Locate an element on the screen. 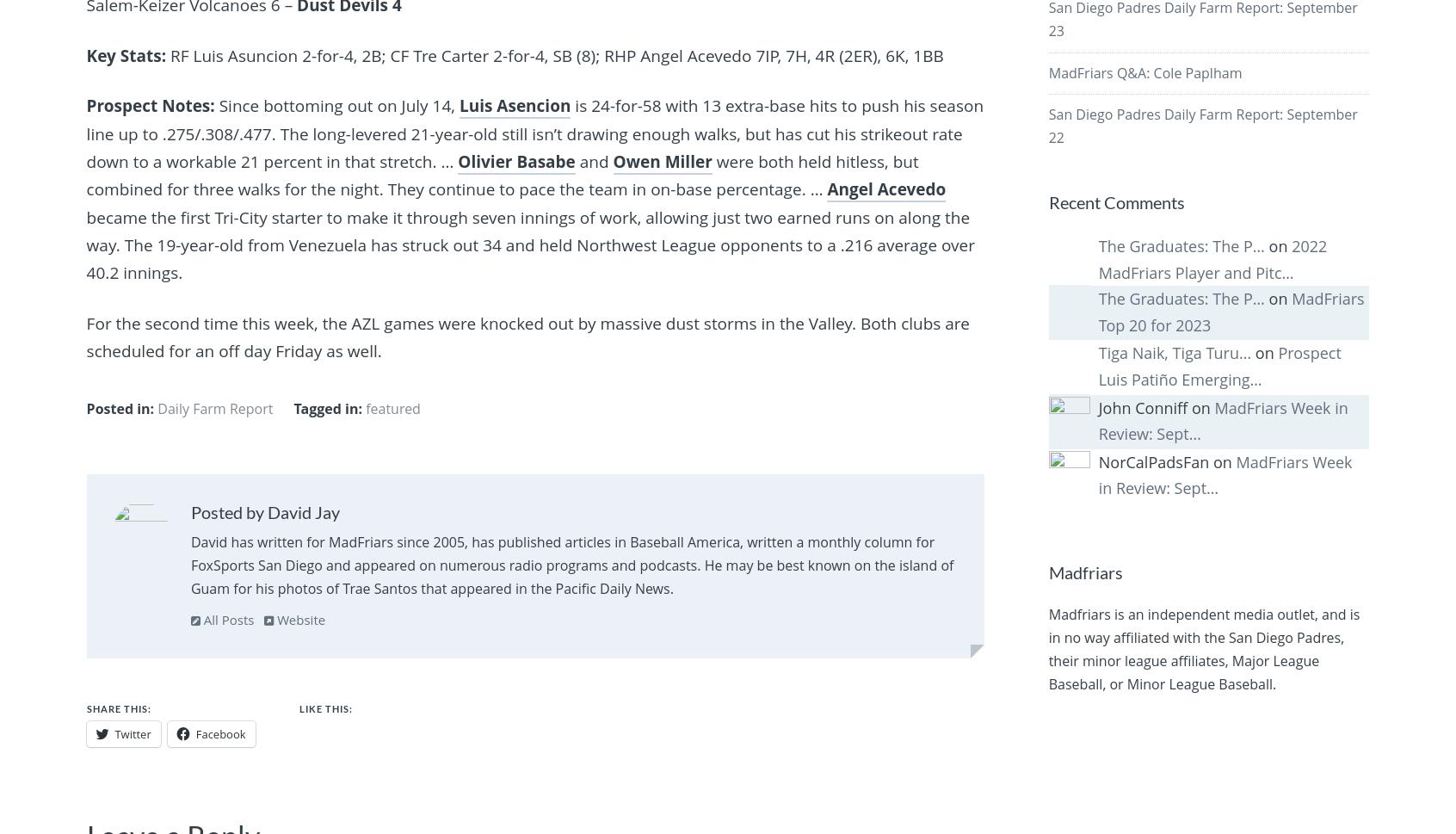 The height and width of the screenshot is (834, 1456). 'MadFriars Top 20 for 2023' is located at coordinates (1230, 312).